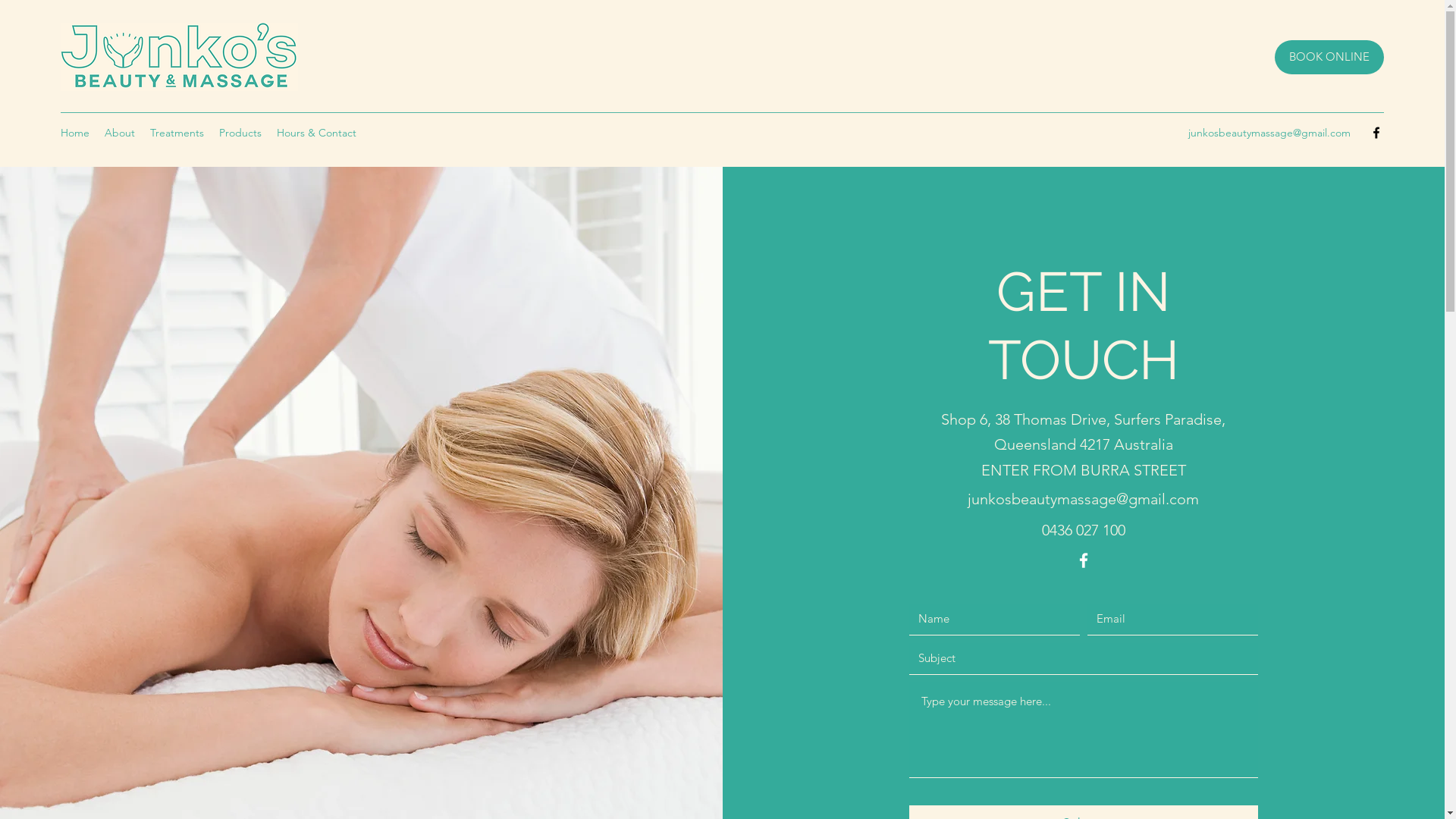  Describe the element at coordinates (96, 131) in the screenshot. I see `'About'` at that location.